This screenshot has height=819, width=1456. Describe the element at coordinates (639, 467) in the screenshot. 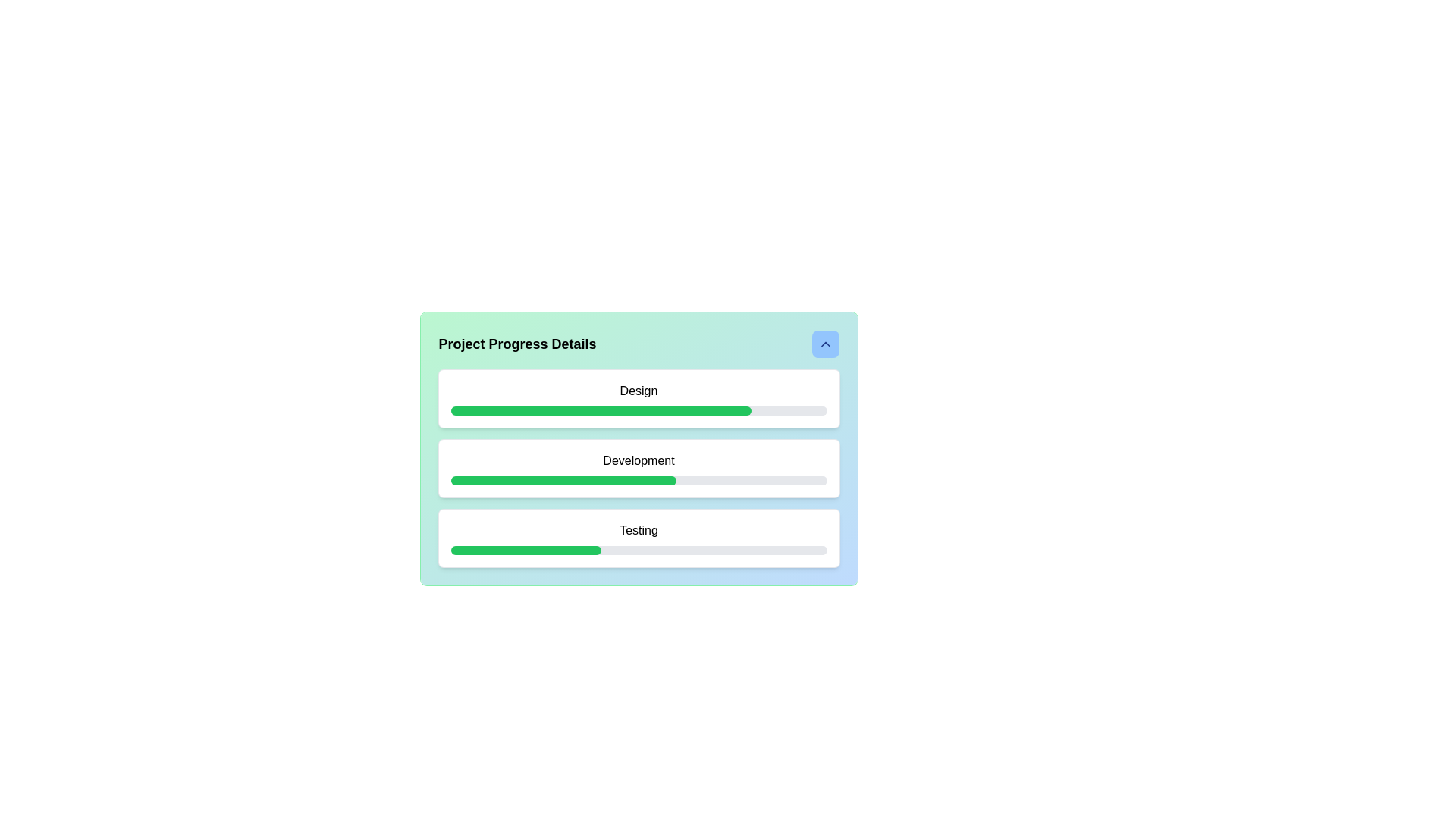

I see `progress levels visually on the grouped informational component labeled 'Project Progress Details' containing the sections 'Design', 'Development', and 'Testing' with progress indicators` at that location.